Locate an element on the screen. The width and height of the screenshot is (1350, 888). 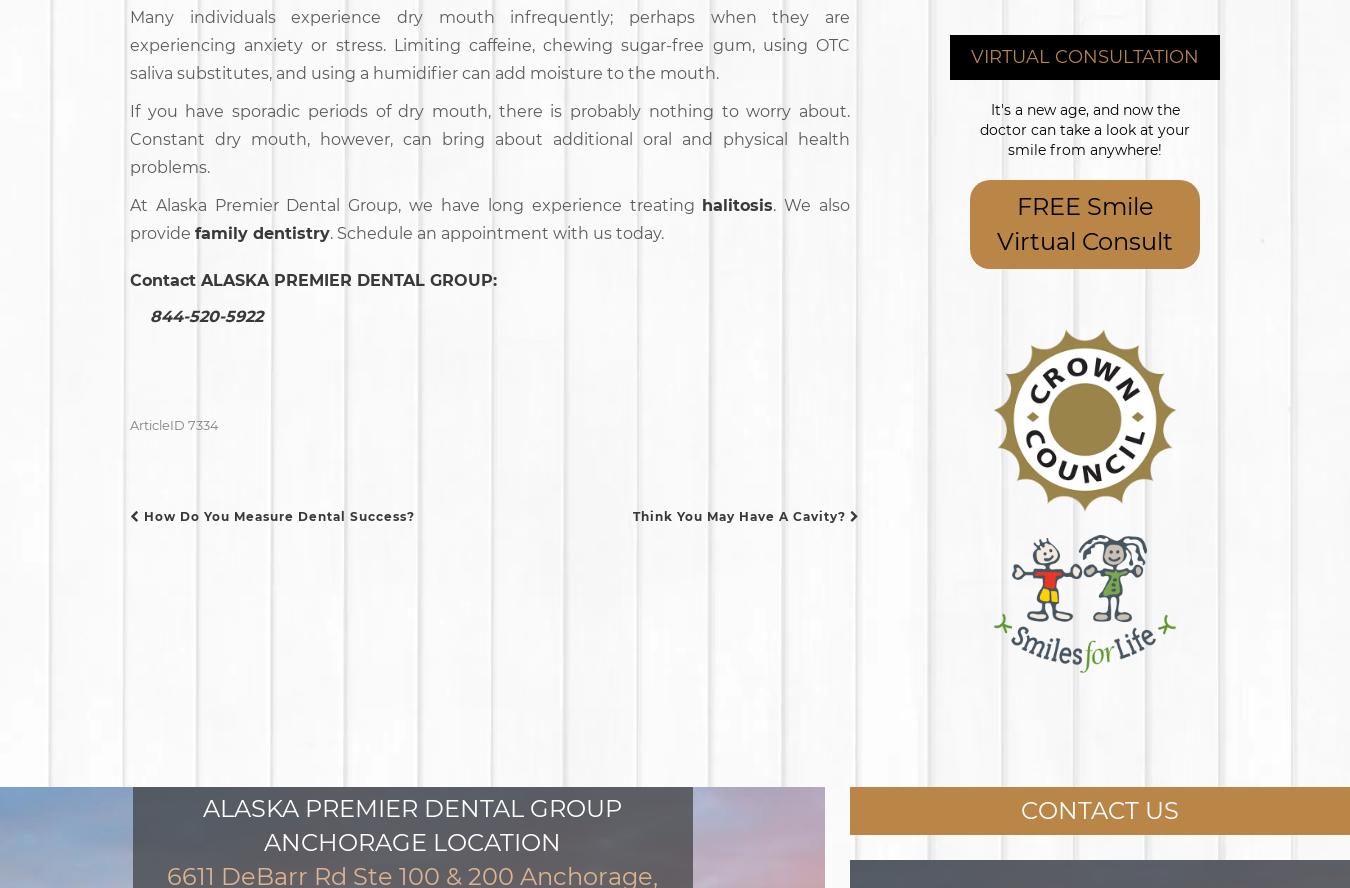
'FREE Smile Virtual Consult' is located at coordinates (1084, 223).